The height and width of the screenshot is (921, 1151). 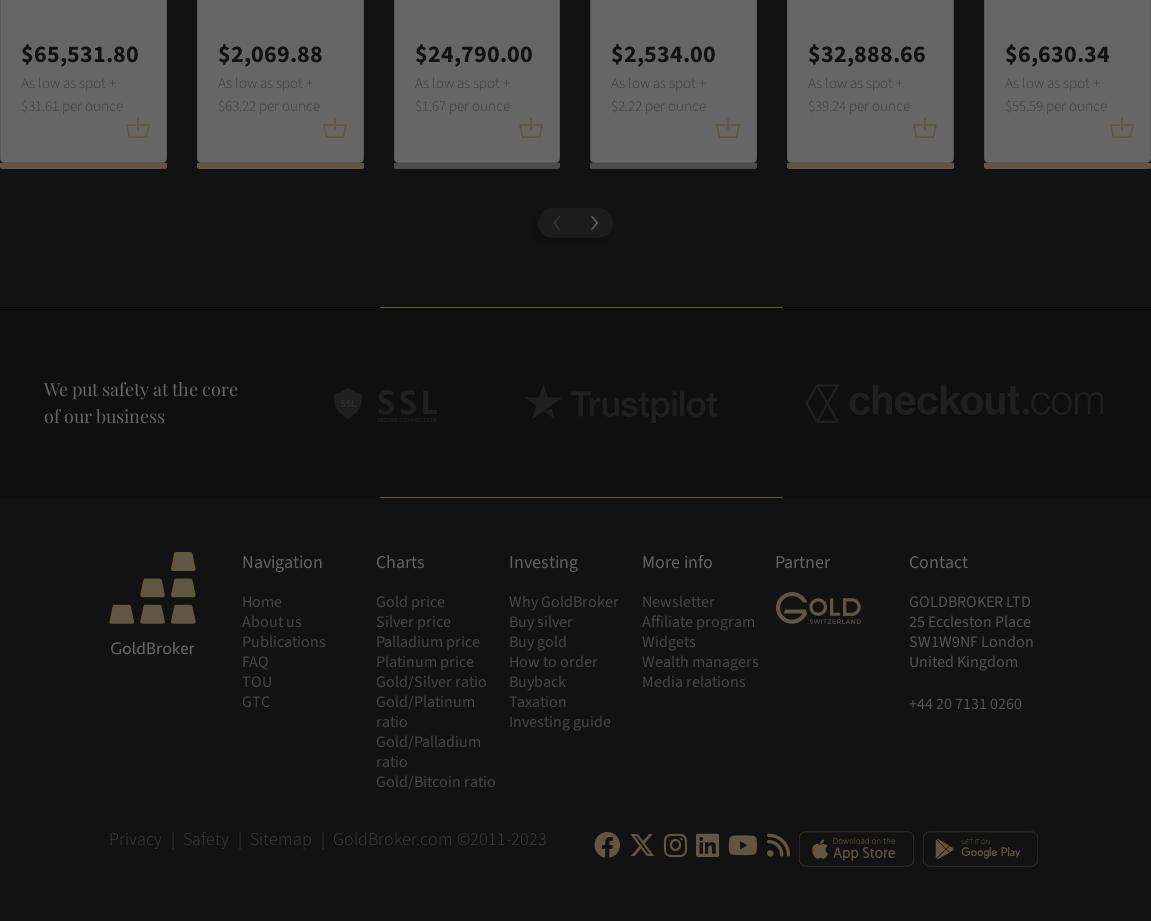 What do you see at coordinates (970, 642) in the screenshot?
I see `'SW1W9NF London'` at bounding box center [970, 642].